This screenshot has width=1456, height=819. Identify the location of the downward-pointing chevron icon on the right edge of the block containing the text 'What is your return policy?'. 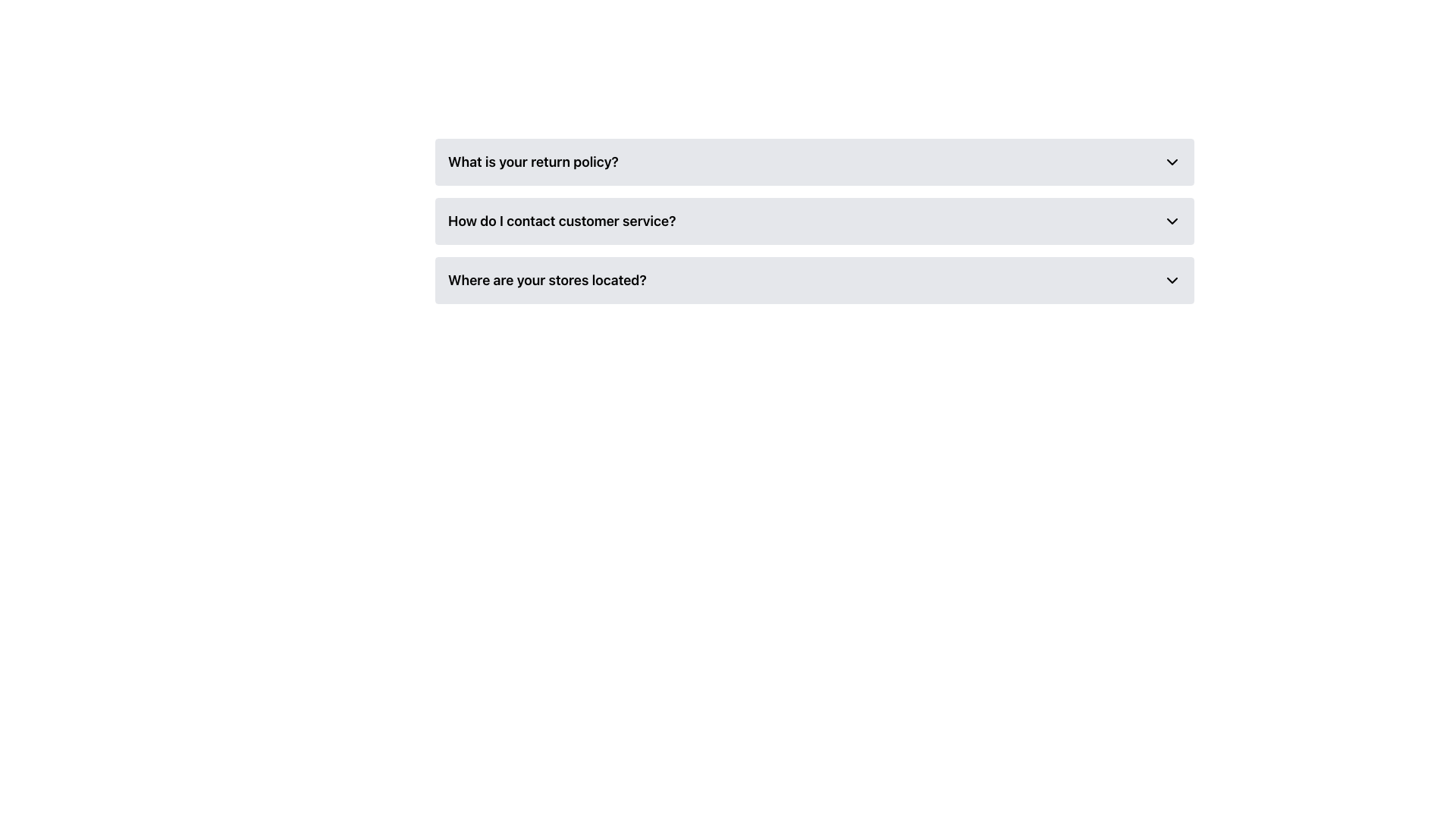
(1171, 162).